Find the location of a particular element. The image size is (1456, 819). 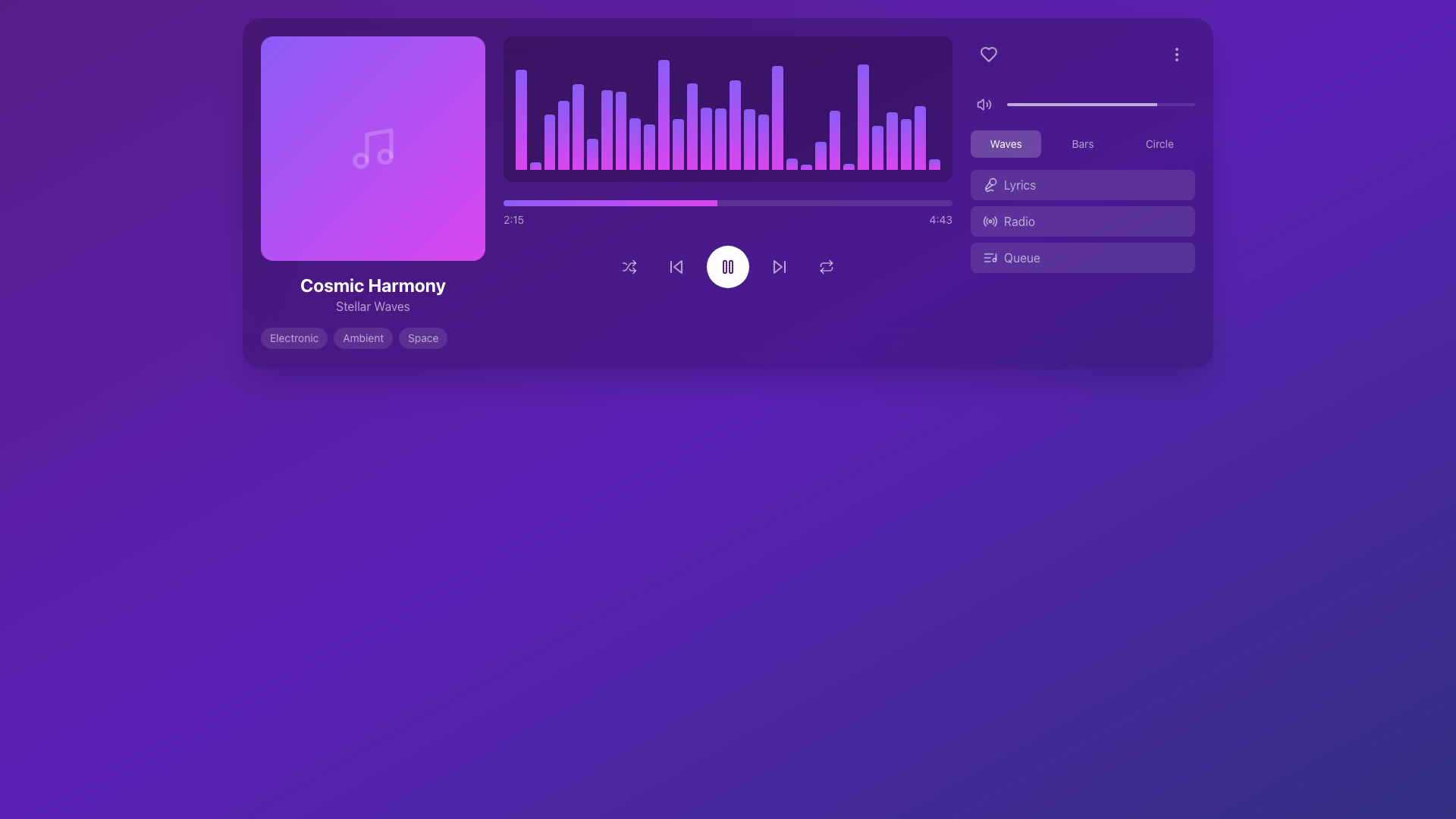

the eleventh graphical equalizer bar, which is a rectangular bar with a gradient from fuchsia to violet, located near the center-right of the sequence is located at coordinates (677, 144).